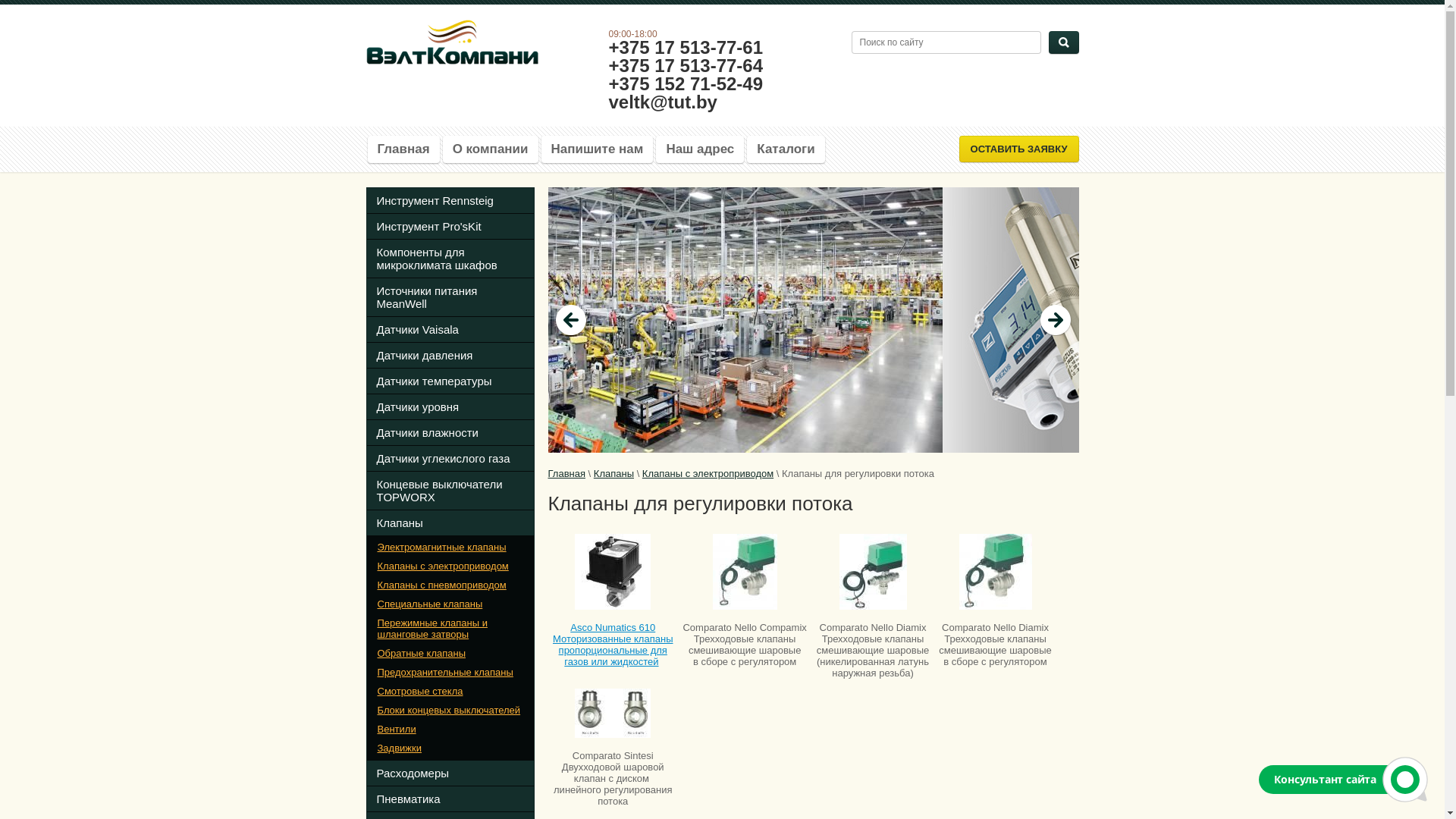 This screenshot has width=1456, height=819. Describe the element at coordinates (1055, 318) in the screenshot. I see `'Next'` at that location.